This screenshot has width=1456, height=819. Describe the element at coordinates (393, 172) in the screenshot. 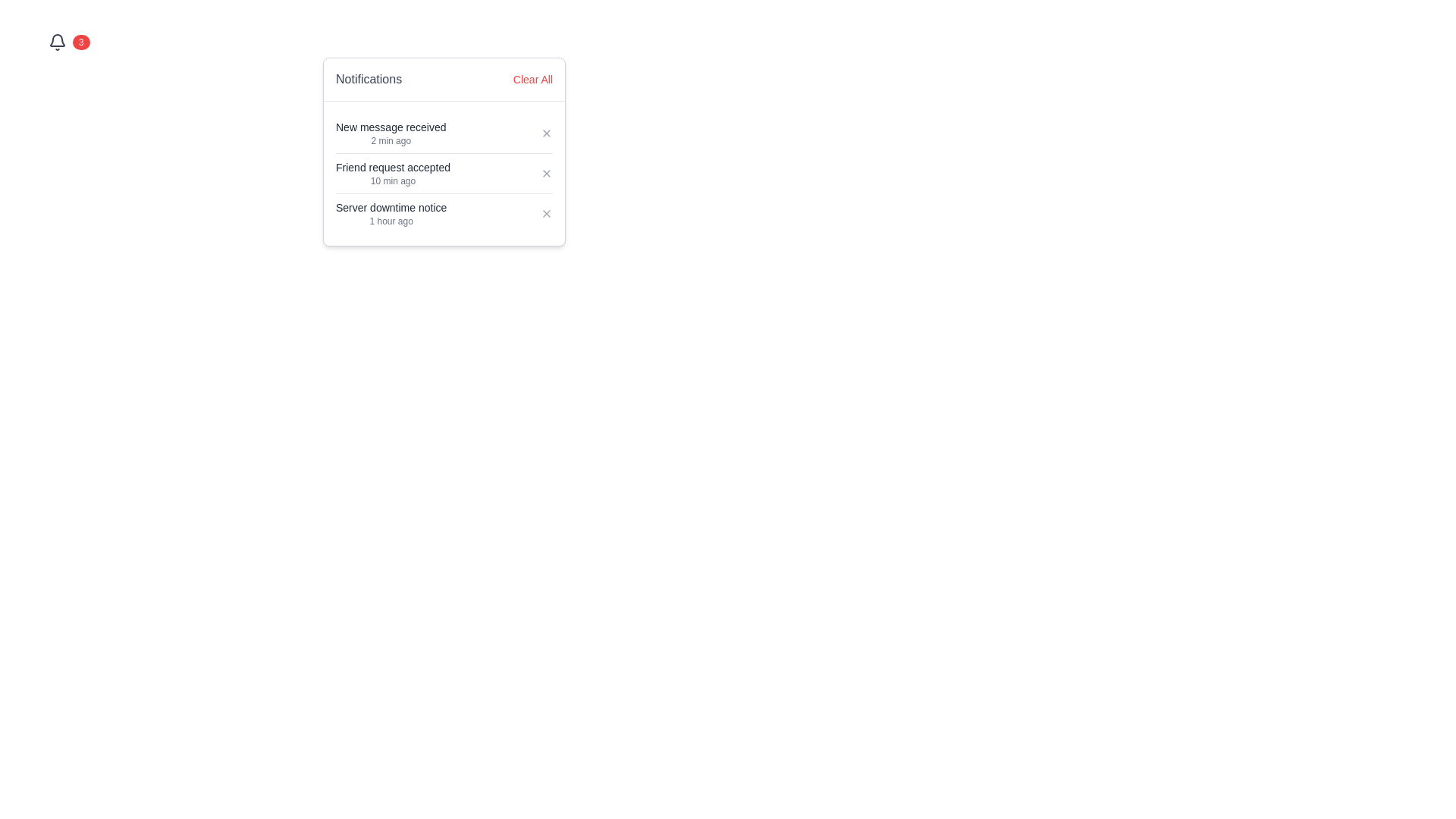

I see `the notification item displaying 'Friend request accepted' in bold, dark gray text, located in the notification panel` at that location.